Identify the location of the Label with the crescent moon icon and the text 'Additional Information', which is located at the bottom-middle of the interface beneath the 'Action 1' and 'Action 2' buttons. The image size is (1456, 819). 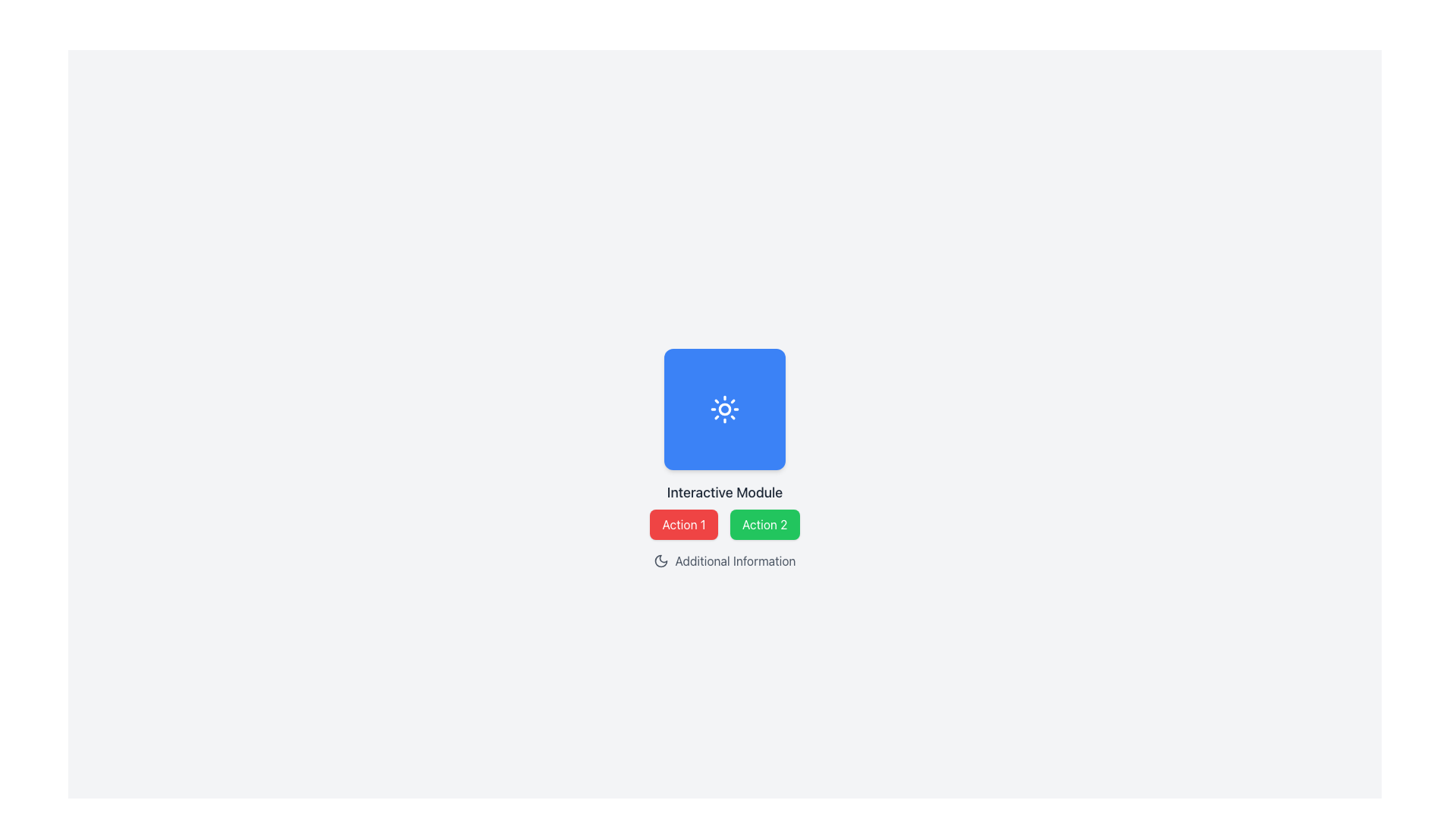
(723, 561).